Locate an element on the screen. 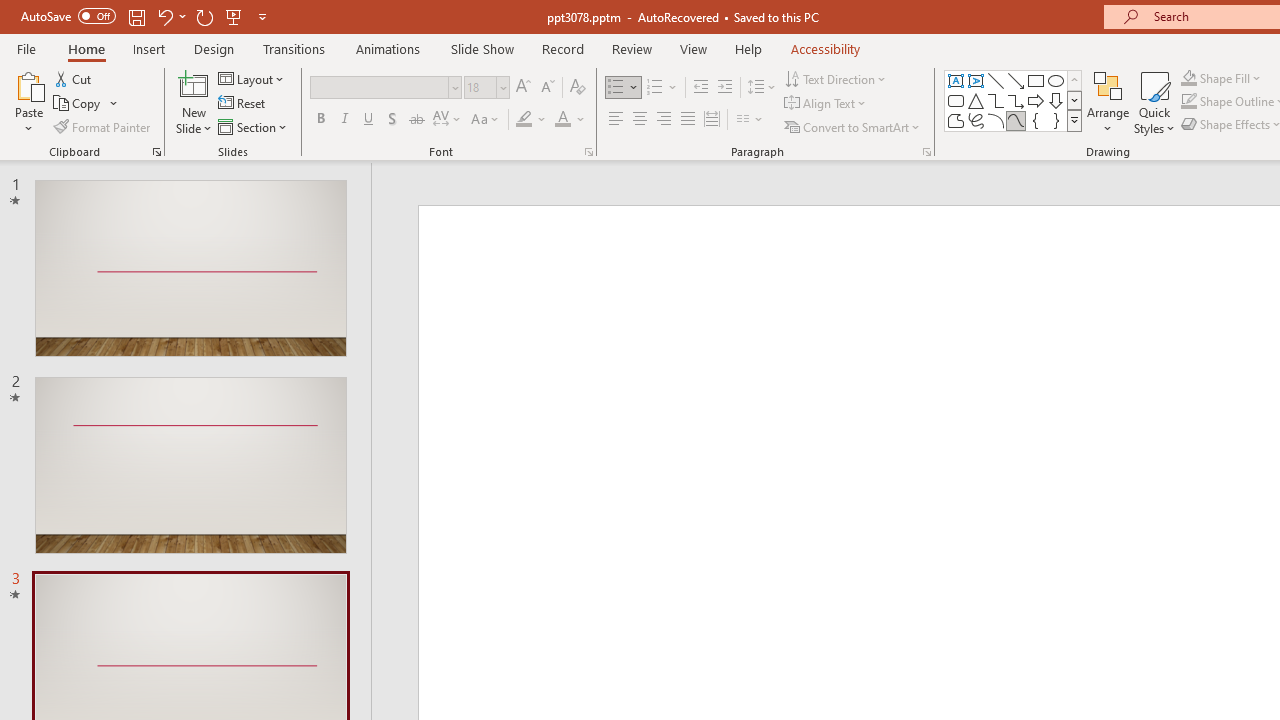  'Text Highlight Color' is located at coordinates (531, 119).